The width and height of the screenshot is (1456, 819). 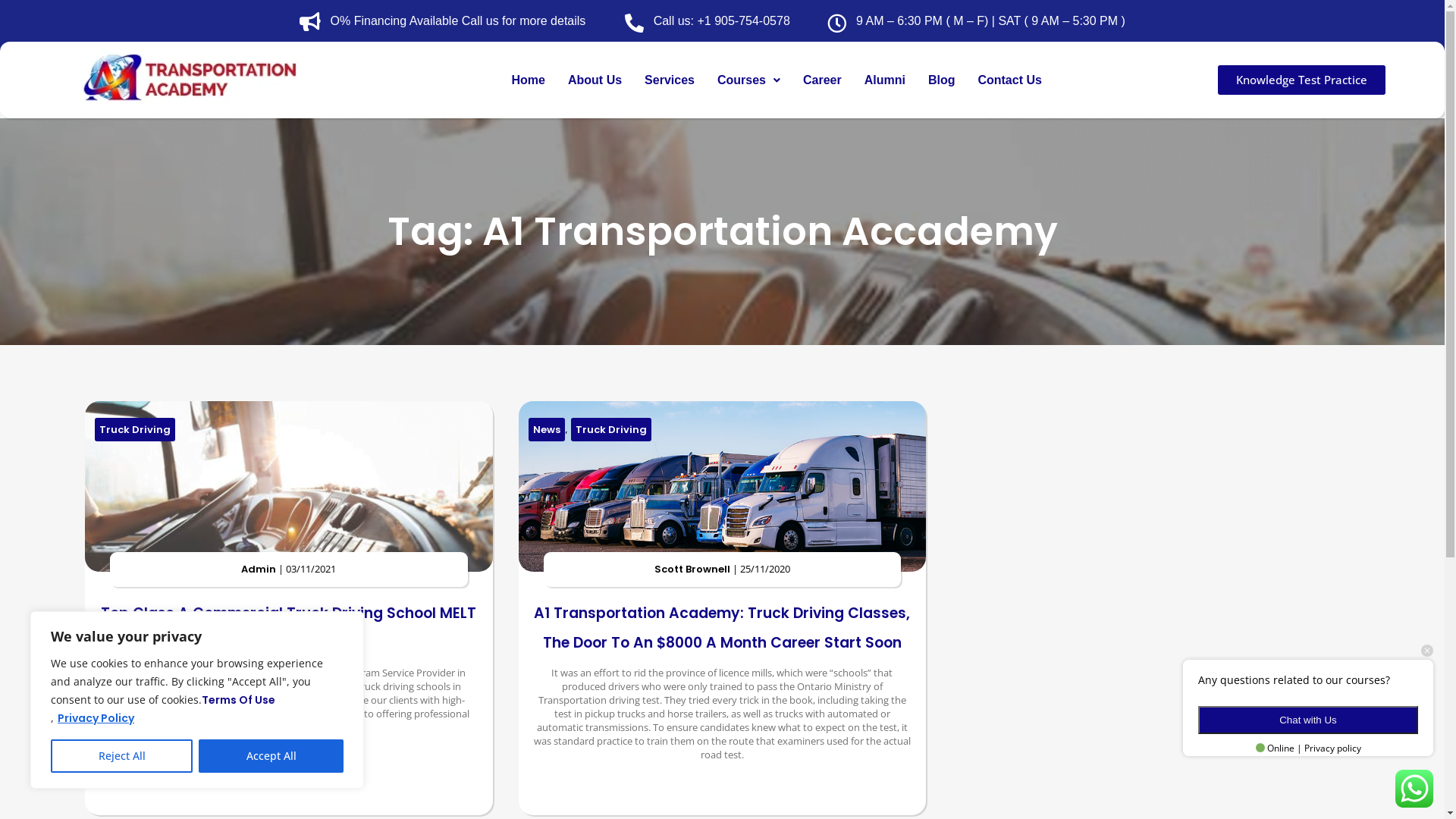 I want to click on 'Top Class A Commercial Truck Driving School MELT Program', so click(x=288, y=628).